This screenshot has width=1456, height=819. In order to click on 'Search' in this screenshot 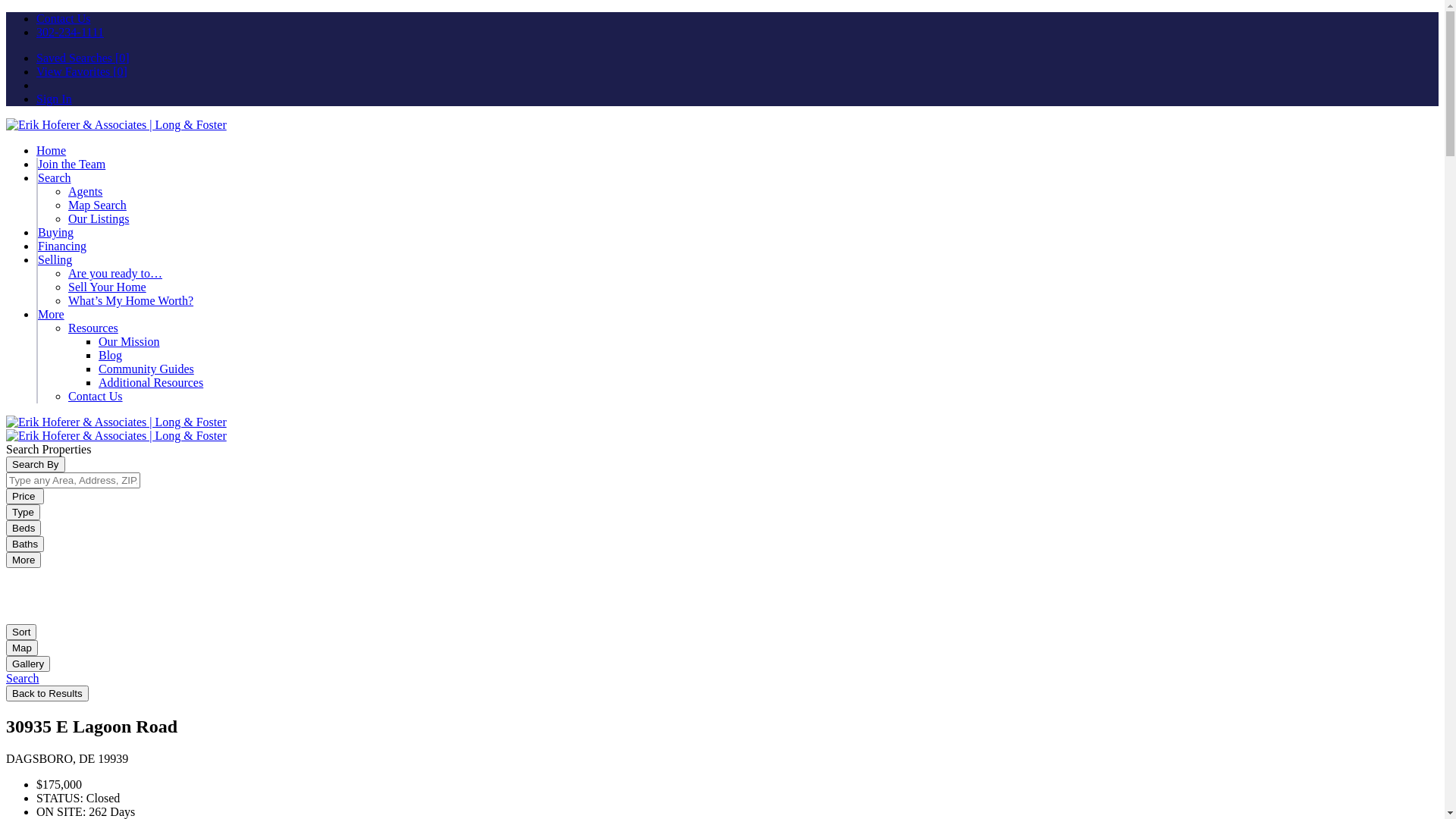, I will do `click(6, 677)`.